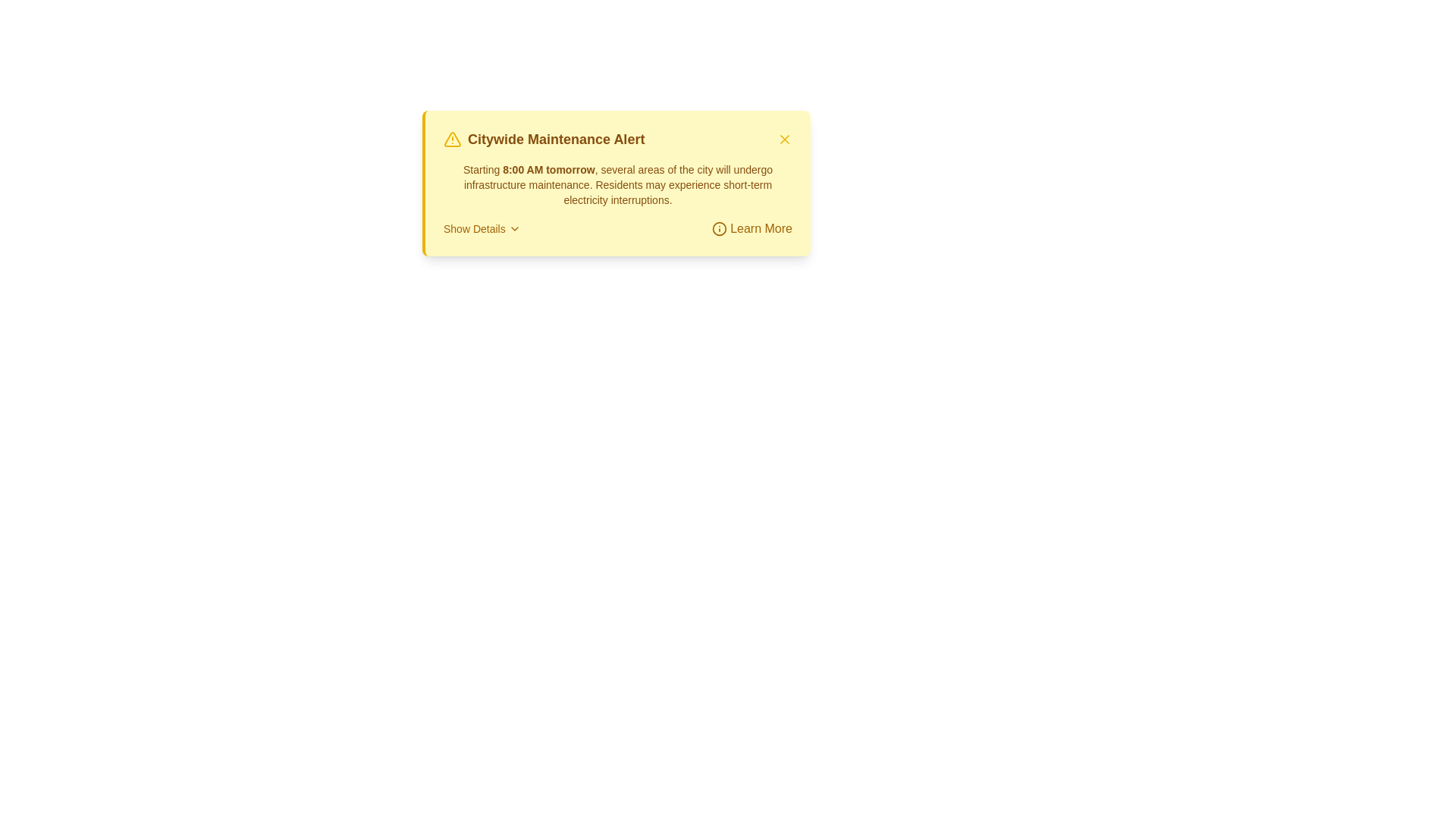 The image size is (1456, 819). I want to click on the 'Show Details' button, which is a clickable text labeled 'Show Details' in small yellow font, located at the bottom left of a yellow notification box, so click(481, 228).